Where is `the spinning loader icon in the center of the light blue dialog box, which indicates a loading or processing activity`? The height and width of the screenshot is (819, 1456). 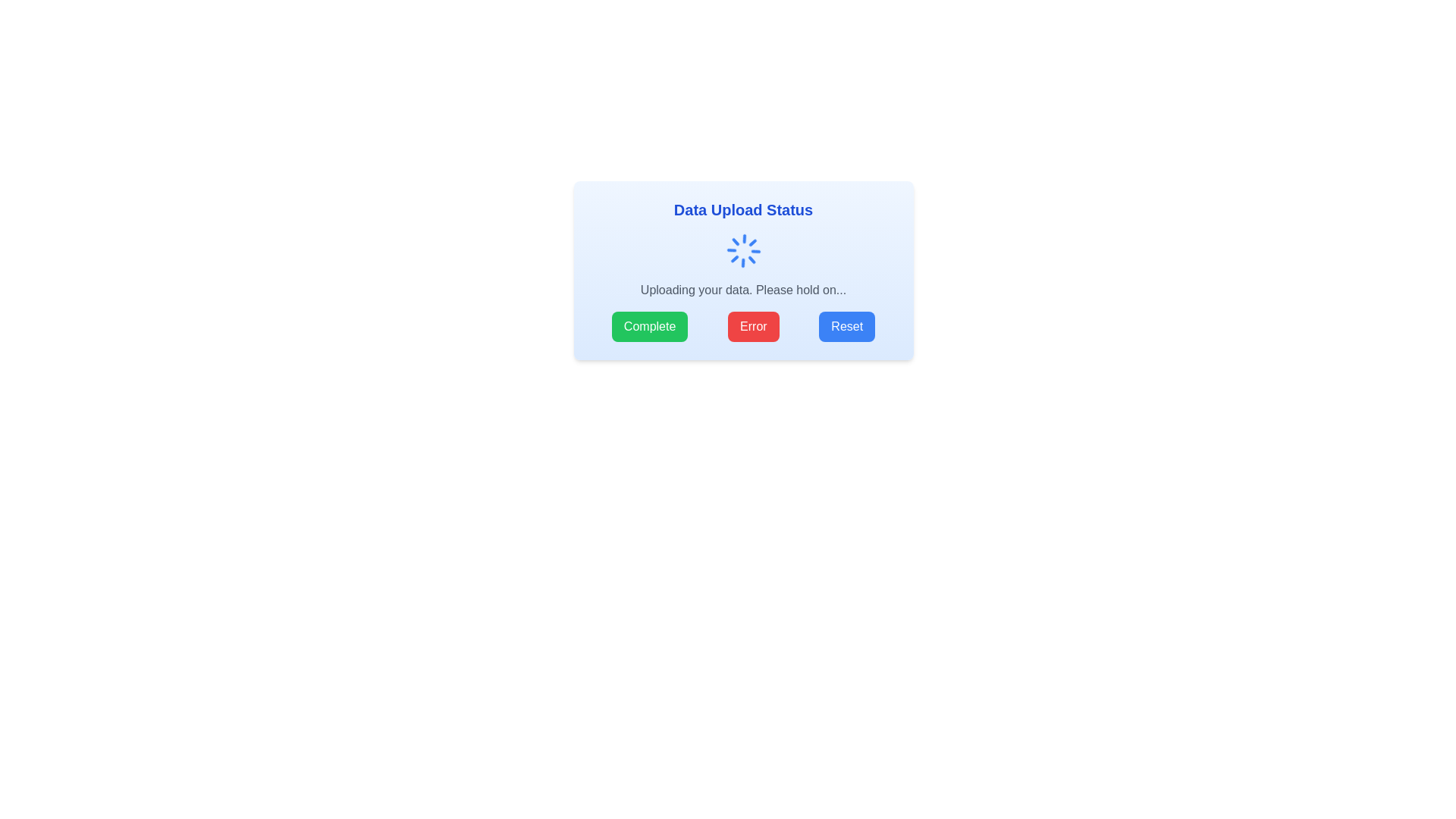 the spinning loader icon in the center of the light blue dialog box, which indicates a loading or processing activity is located at coordinates (743, 250).